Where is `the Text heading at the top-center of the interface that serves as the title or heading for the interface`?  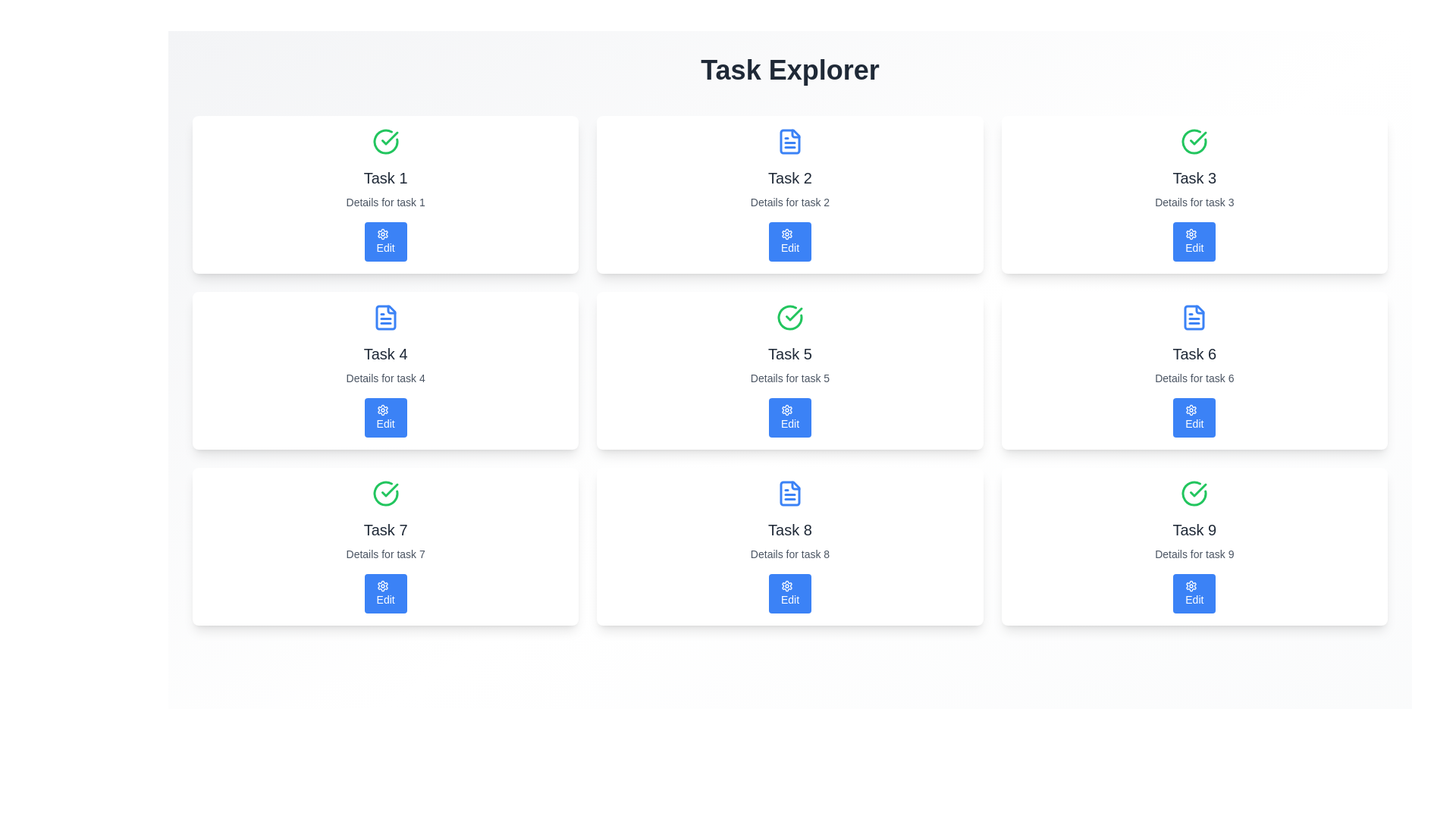
the Text heading at the top-center of the interface that serves as the title or heading for the interface is located at coordinates (789, 70).